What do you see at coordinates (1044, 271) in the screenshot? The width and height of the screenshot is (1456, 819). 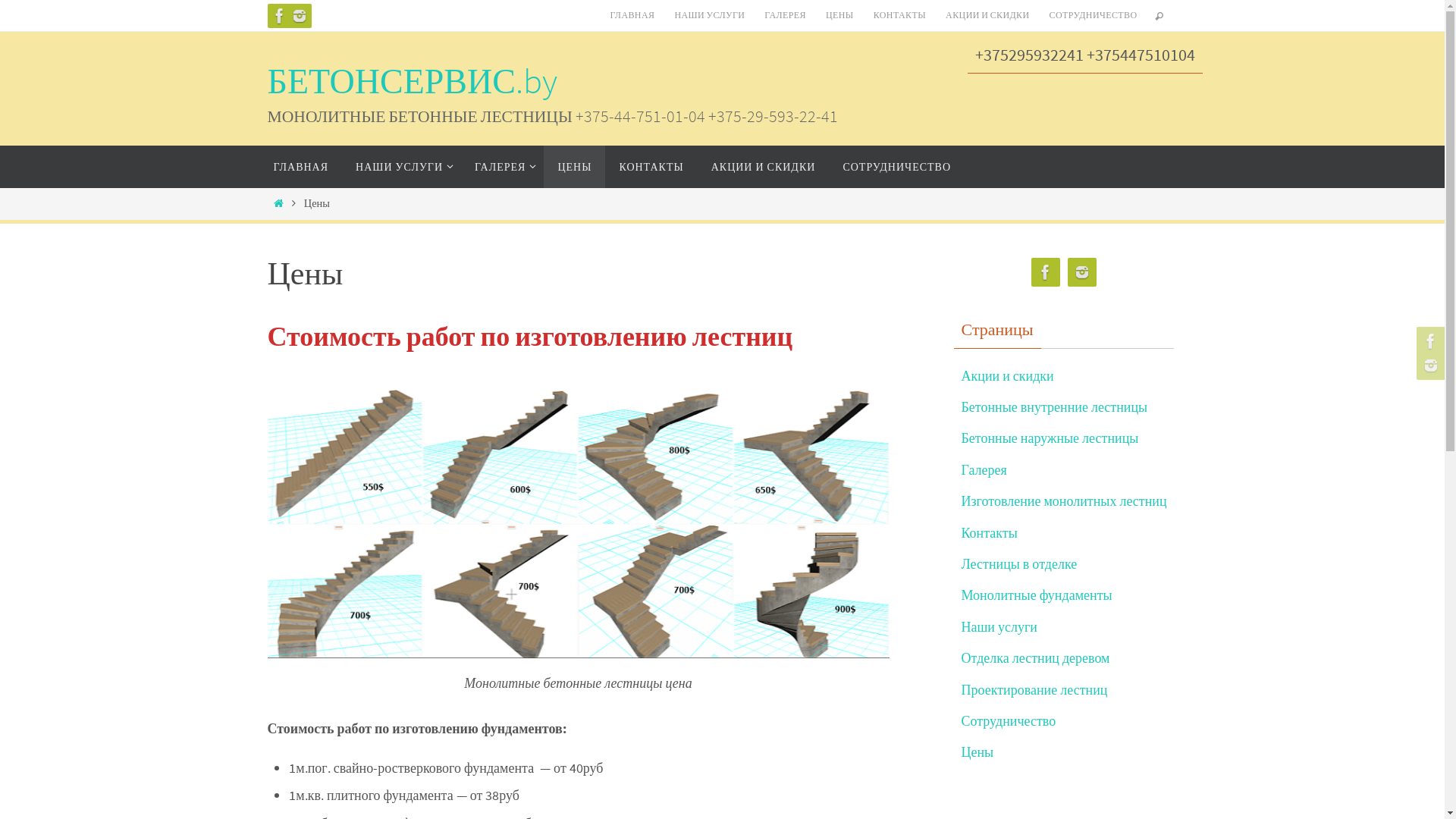 I see `'https://www.facebook.com/profile.php?id=103939485347872'` at bounding box center [1044, 271].